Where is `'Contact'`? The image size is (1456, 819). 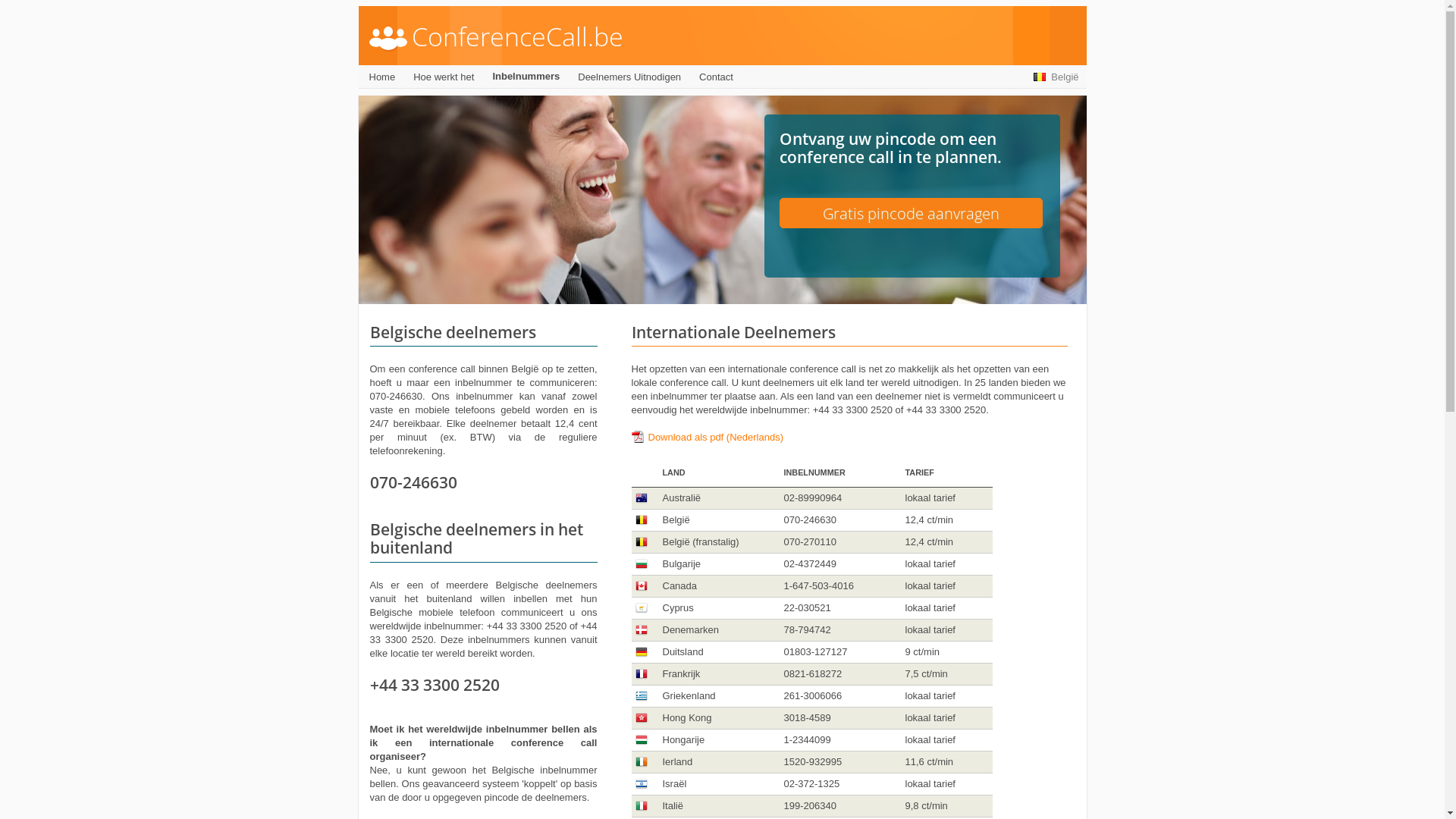 'Contact' is located at coordinates (715, 77).